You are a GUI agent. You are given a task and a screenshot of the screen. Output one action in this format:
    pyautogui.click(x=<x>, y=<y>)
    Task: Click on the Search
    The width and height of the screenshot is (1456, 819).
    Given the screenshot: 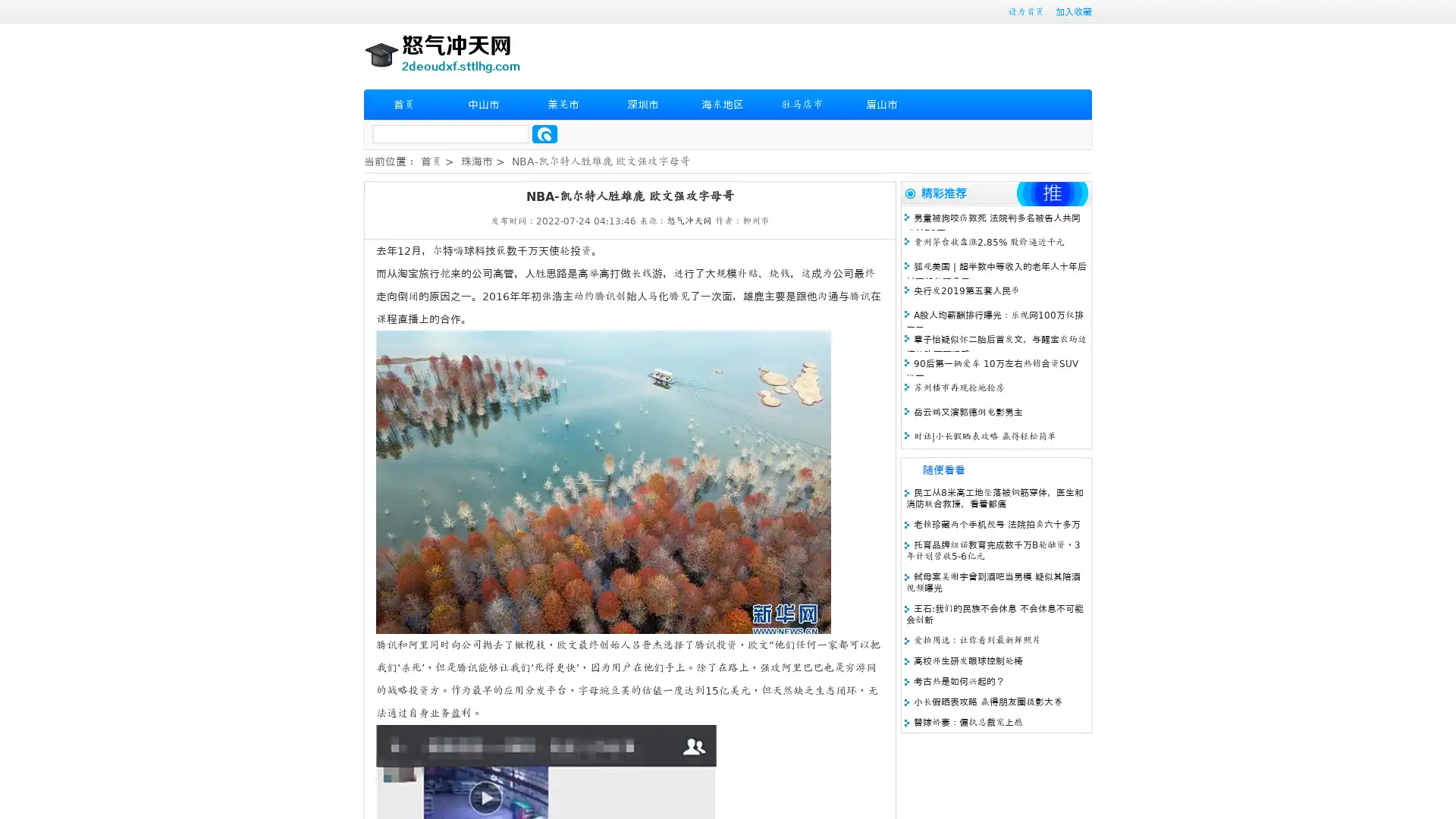 What is the action you would take?
    pyautogui.click(x=544, y=133)
    